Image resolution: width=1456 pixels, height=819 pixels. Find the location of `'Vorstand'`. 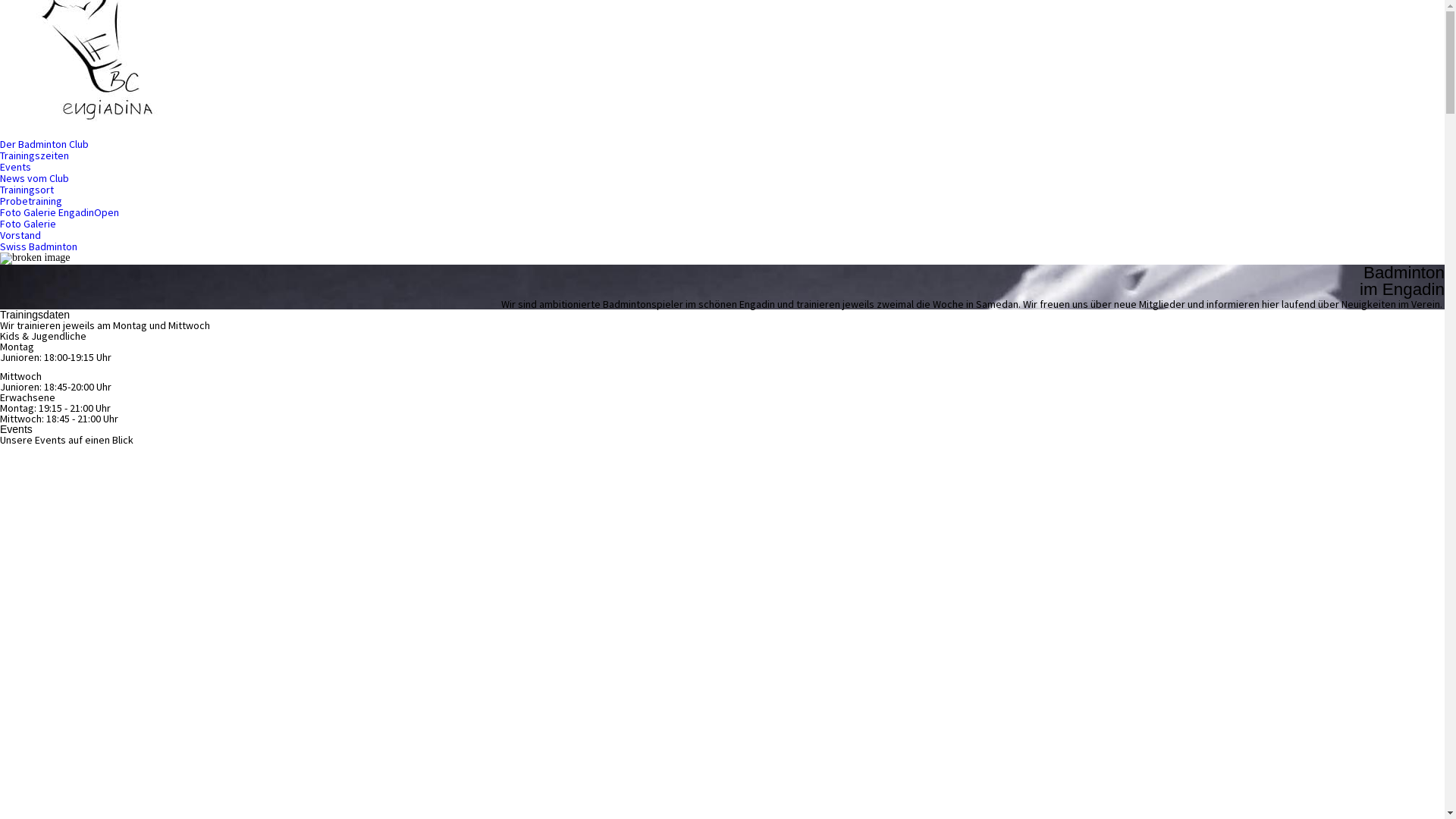

'Vorstand' is located at coordinates (0, 235).